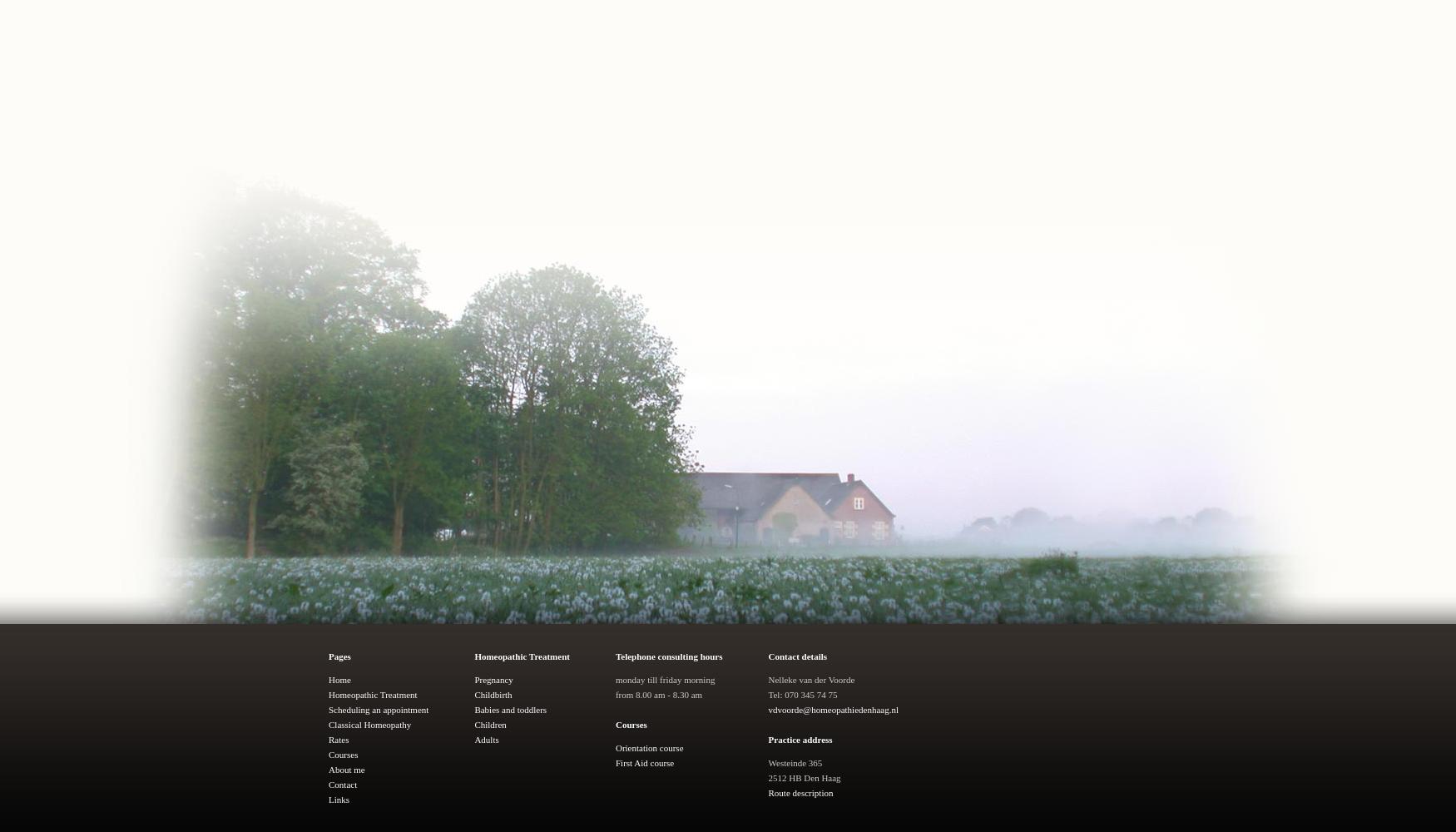 Image resolution: width=1456 pixels, height=832 pixels. What do you see at coordinates (486, 740) in the screenshot?
I see `'Adults'` at bounding box center [486, 740].